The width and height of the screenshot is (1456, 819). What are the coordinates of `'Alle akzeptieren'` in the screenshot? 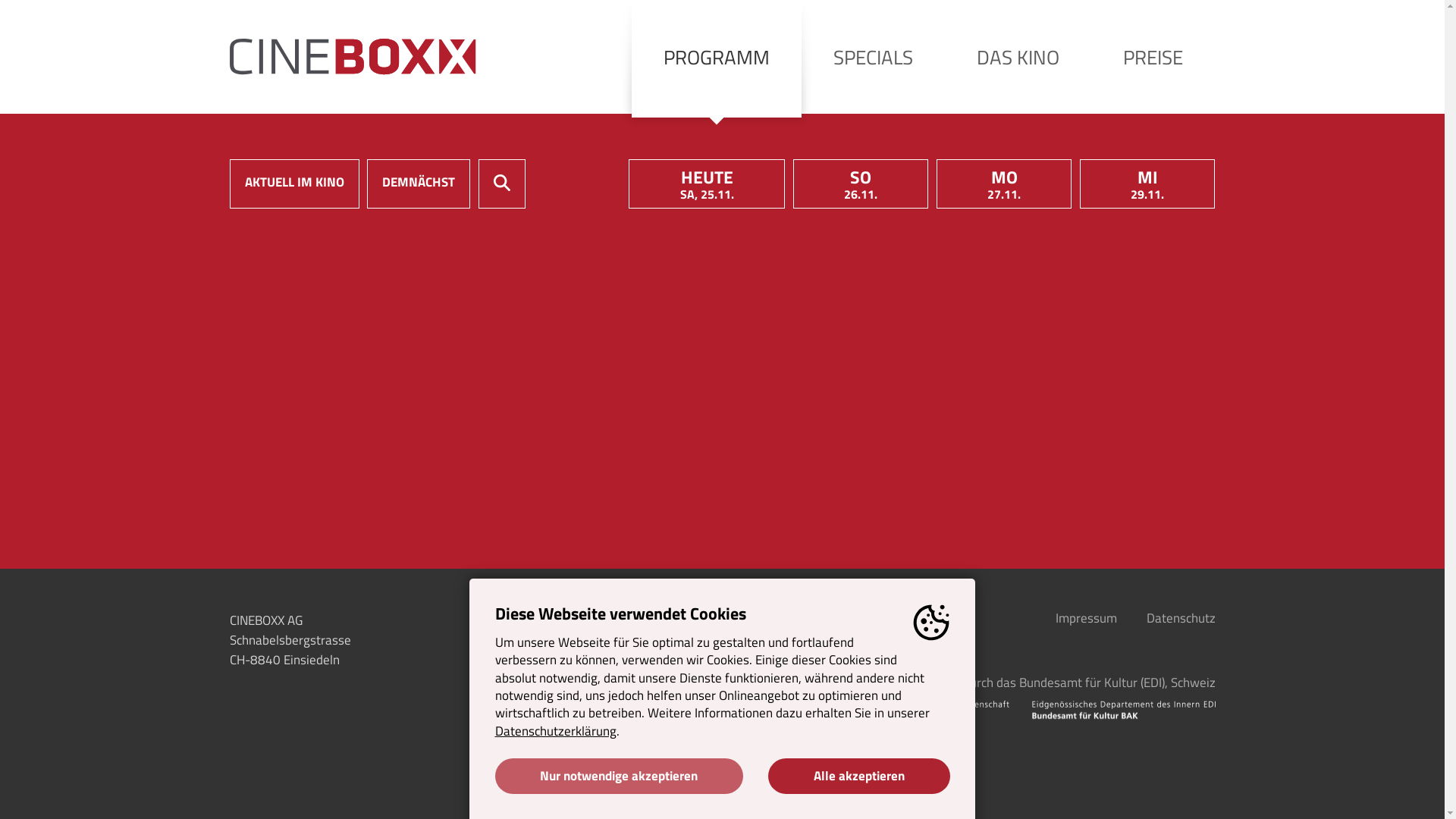 It's located at (858, 776).